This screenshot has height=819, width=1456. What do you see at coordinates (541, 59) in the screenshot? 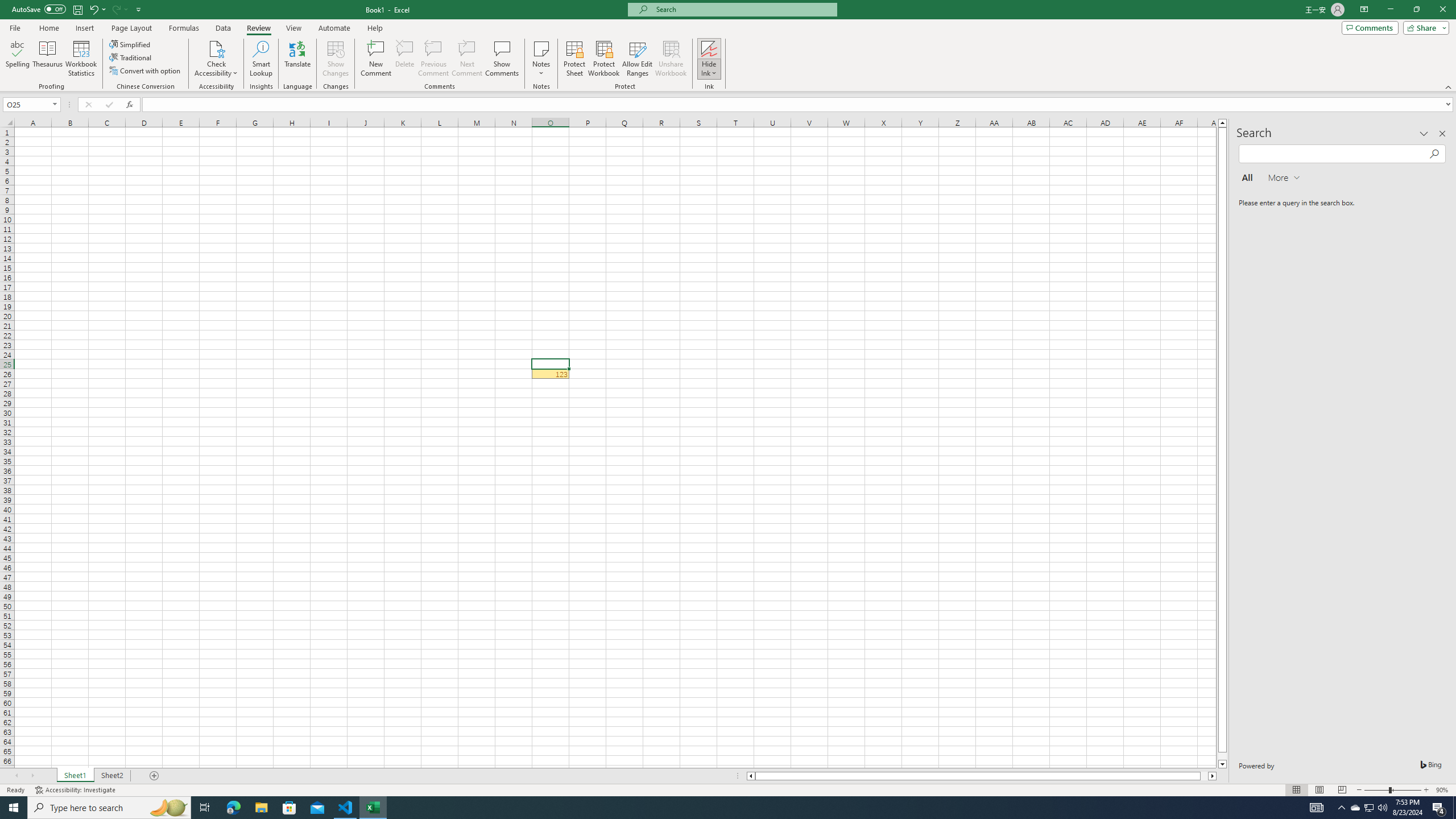
I see `'Notes'` at bounding box center [541, 59].